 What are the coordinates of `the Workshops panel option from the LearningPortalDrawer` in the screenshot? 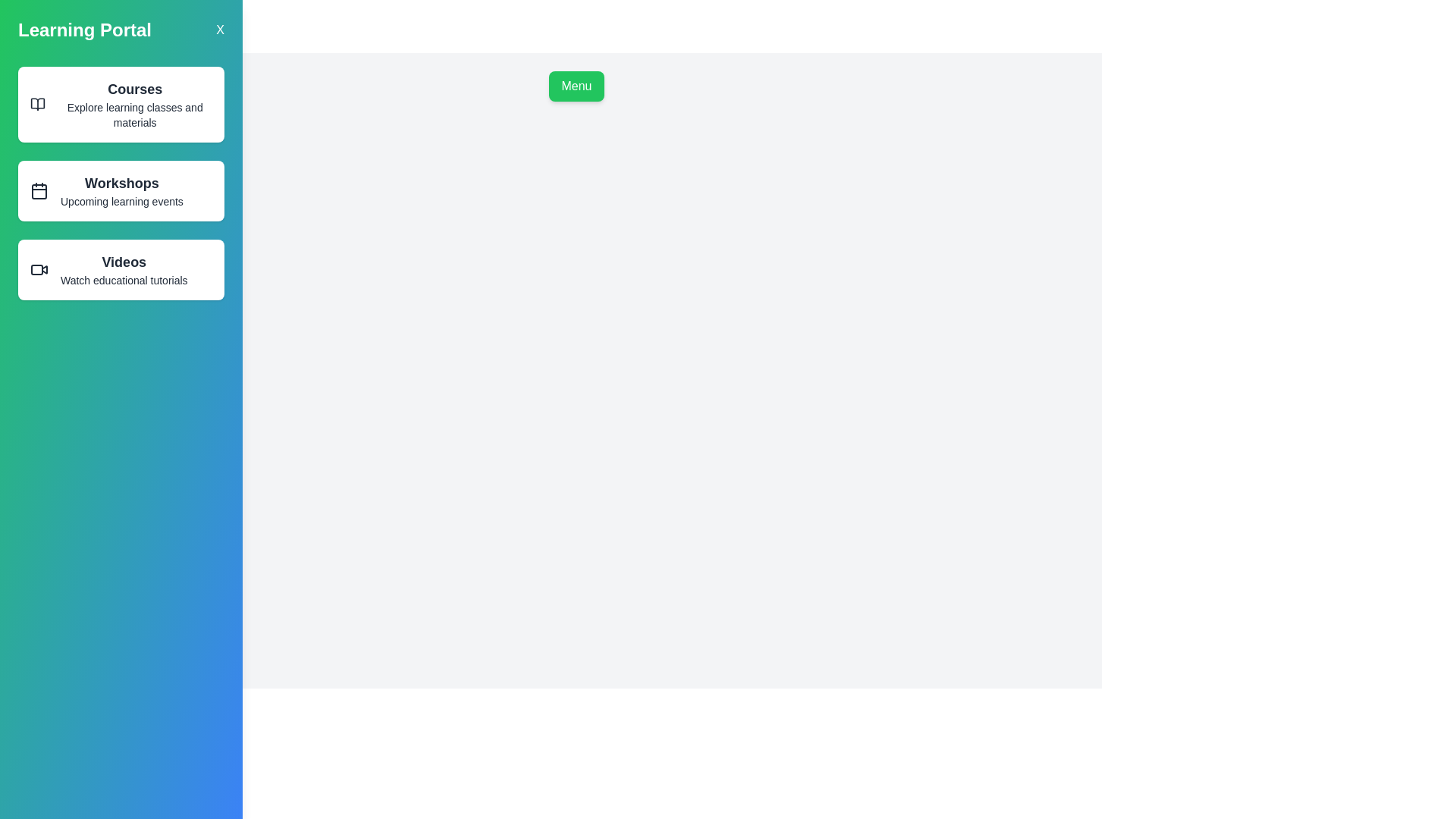 It's located at (120, 190).